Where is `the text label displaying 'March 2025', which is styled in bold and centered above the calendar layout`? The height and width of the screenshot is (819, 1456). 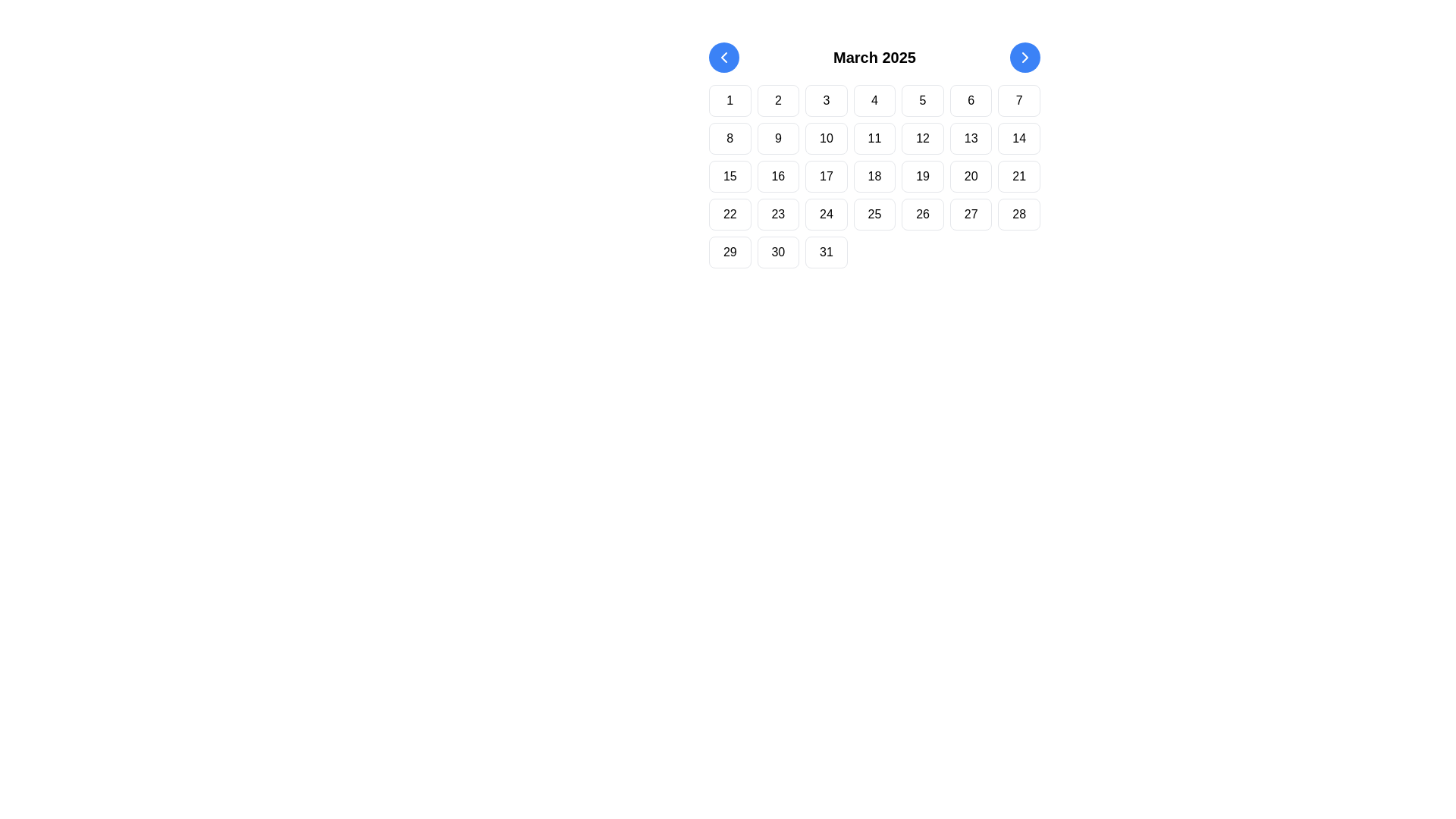 the text label displaying 'March 2025', which is styled in bold and centered above the calendar layout is located at coordinates (874, 57).